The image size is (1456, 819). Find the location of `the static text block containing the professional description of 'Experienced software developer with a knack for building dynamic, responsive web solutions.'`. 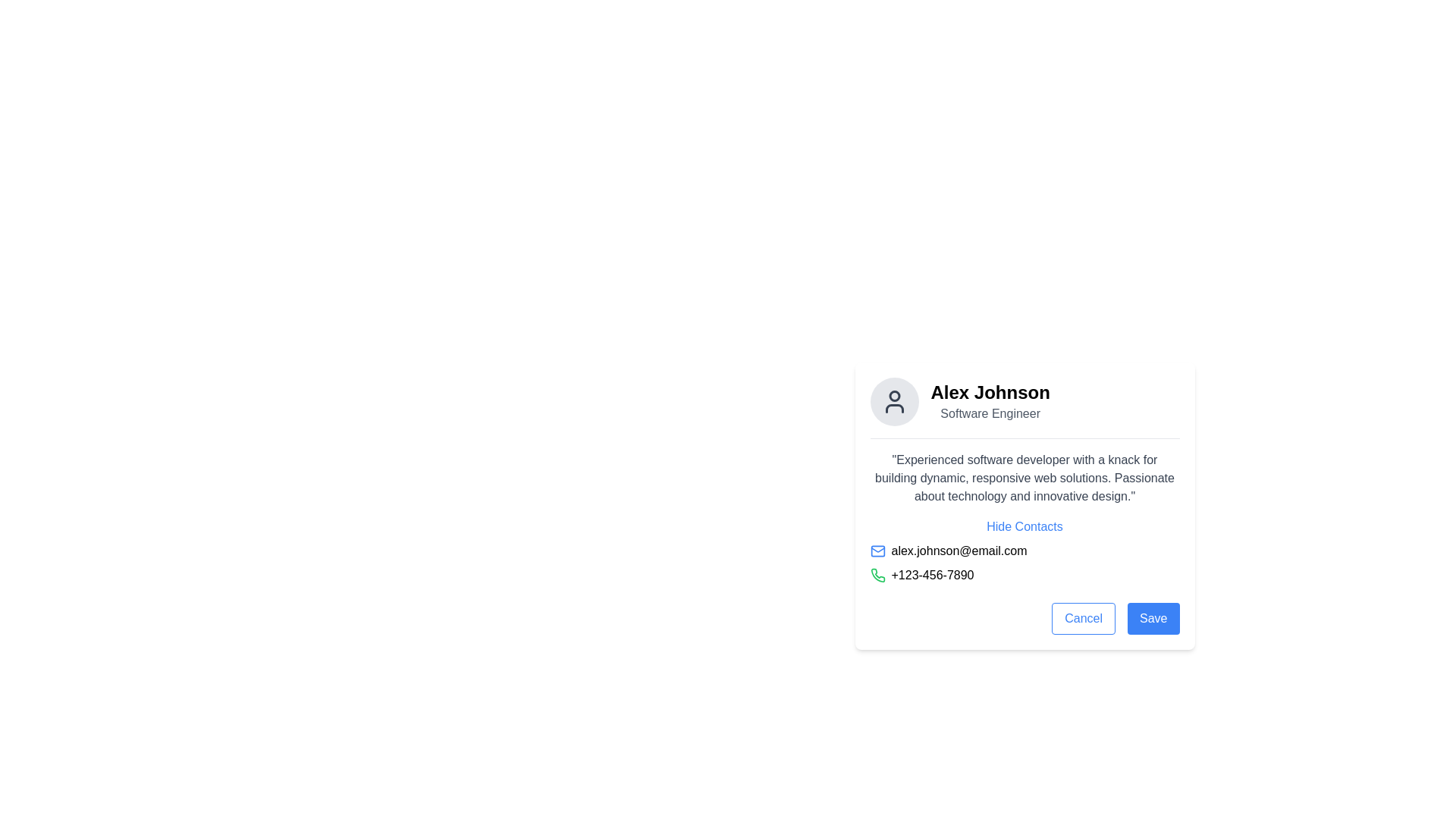

the static text block containing the professional description of 'Experienced software developer with a knack for building dynamic, responsive web solutions.' is located at coordinates (1025, 479).